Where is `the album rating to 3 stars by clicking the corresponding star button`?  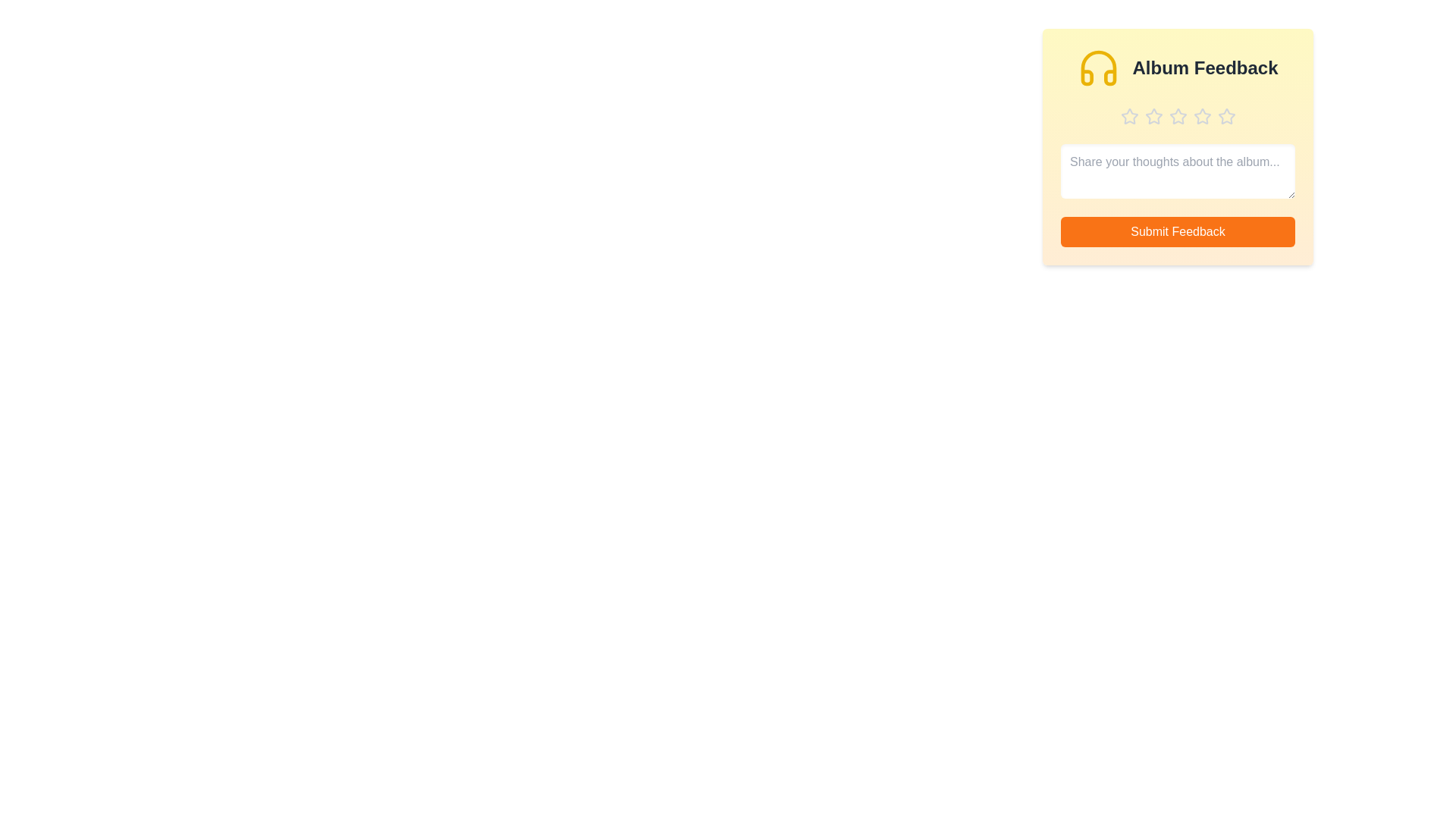 the album rating to 3 stars by clicking the corresponding star button is located at coordinates (1177, 116).